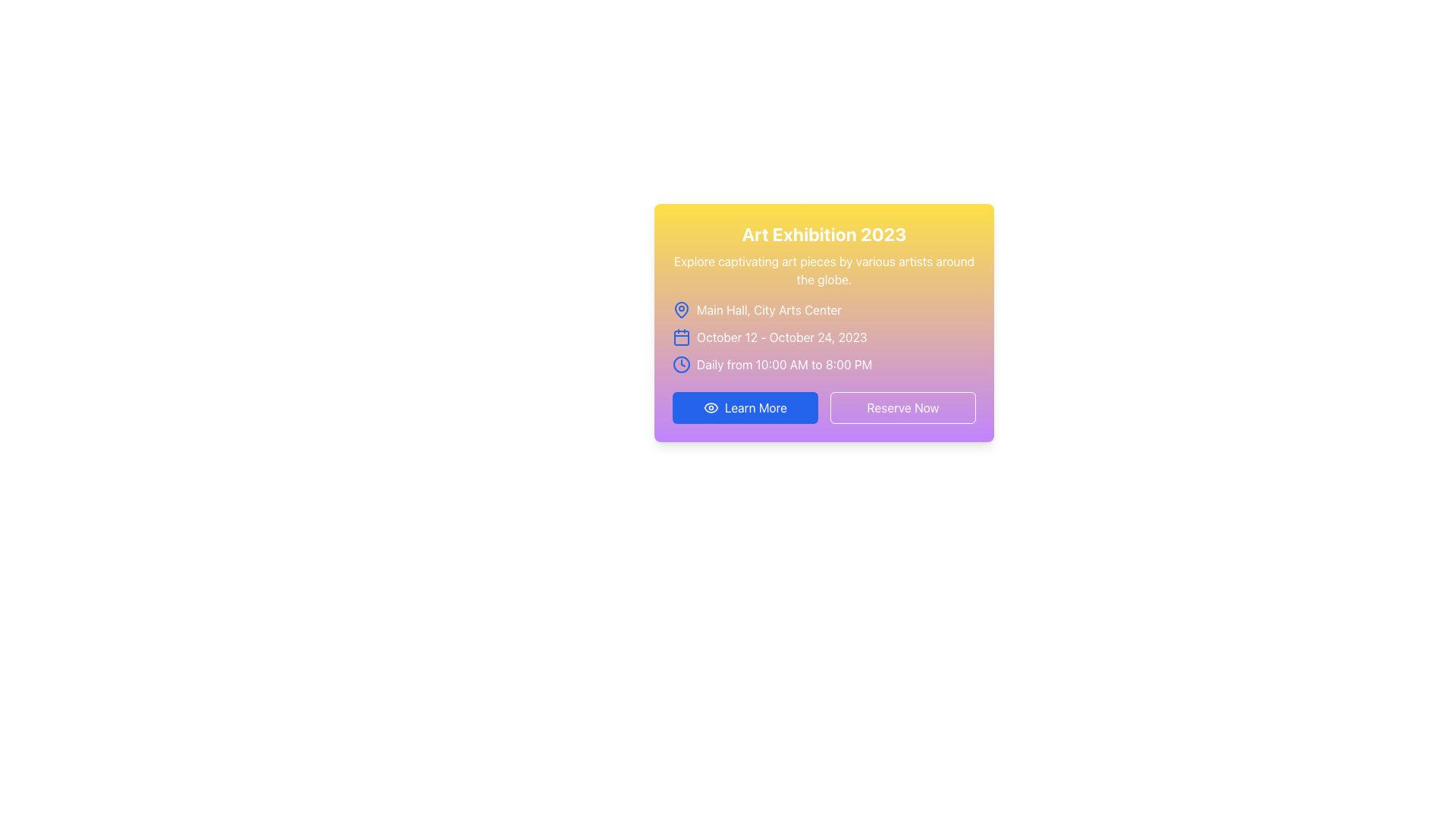 The height and width of the screenshot is (819, 1456). Describe the element at coordinates (680, 336) in the screenshot. I see `the calendar icon located on the left side of the line containing the text 'October 12 - October 24, 2023', which is visually represented by a calendar icon within a yellow gradient card` at that location.